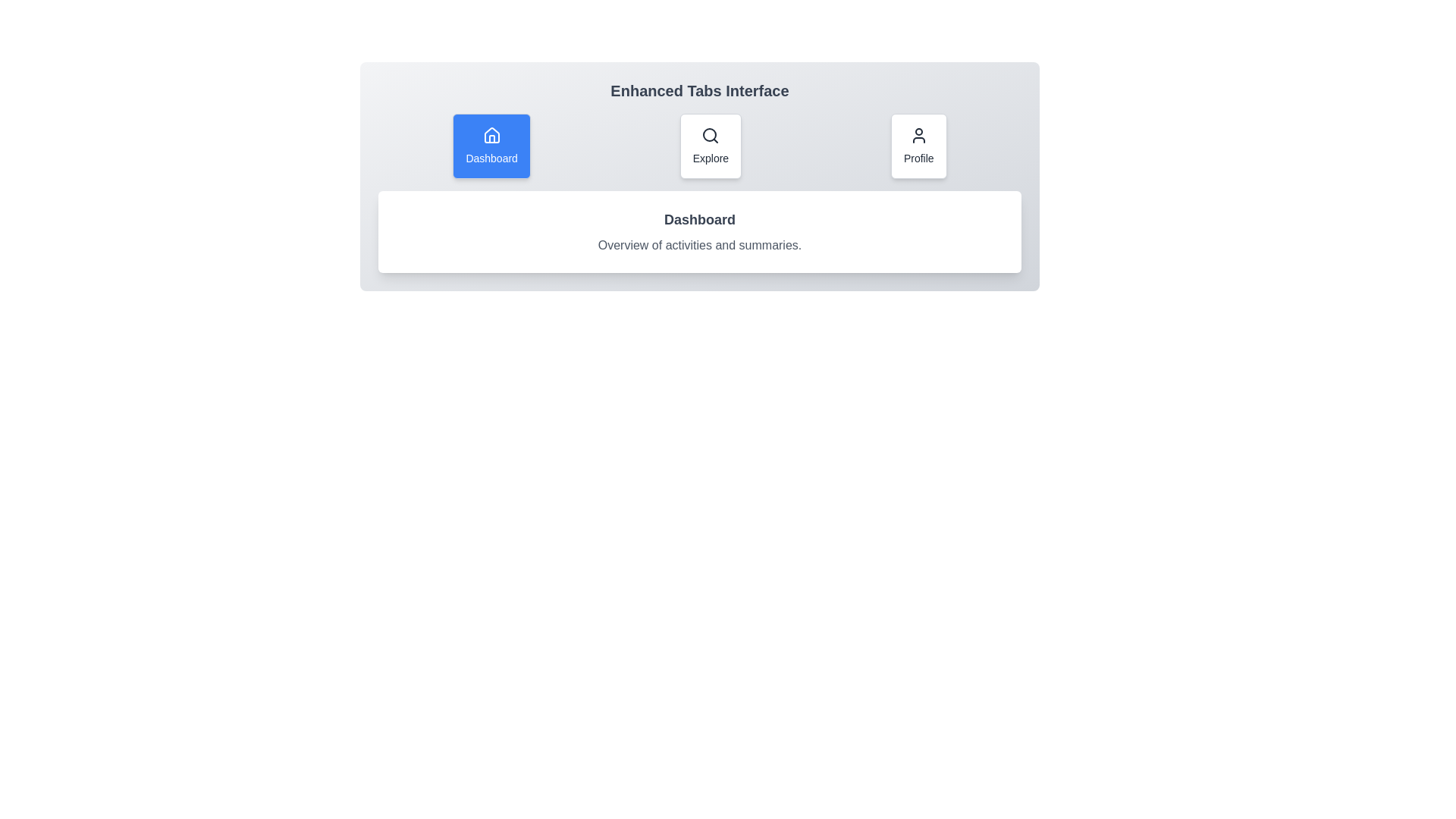 Image resolution: width=1456 pixels, height=819 pixels. What do you see at coordinates (710, 146) in the screenshot?
I see `the Explore tab to see its hover effect` at bounding box center [710, 146].